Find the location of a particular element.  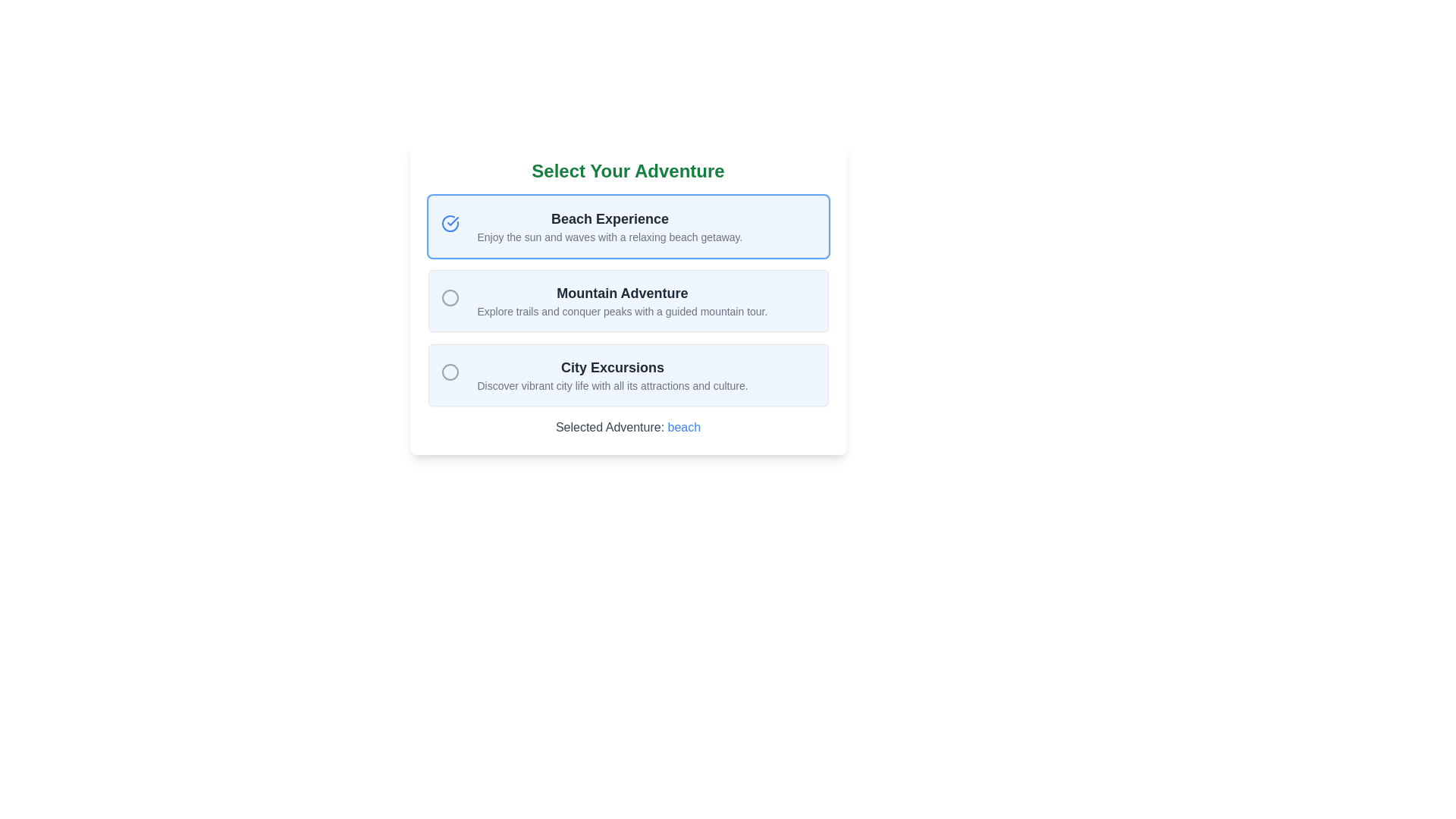

the title label for 'City Excursions' located at the bottom of the selection options, which serves as a description for the user is located at coordinates (613, 368).